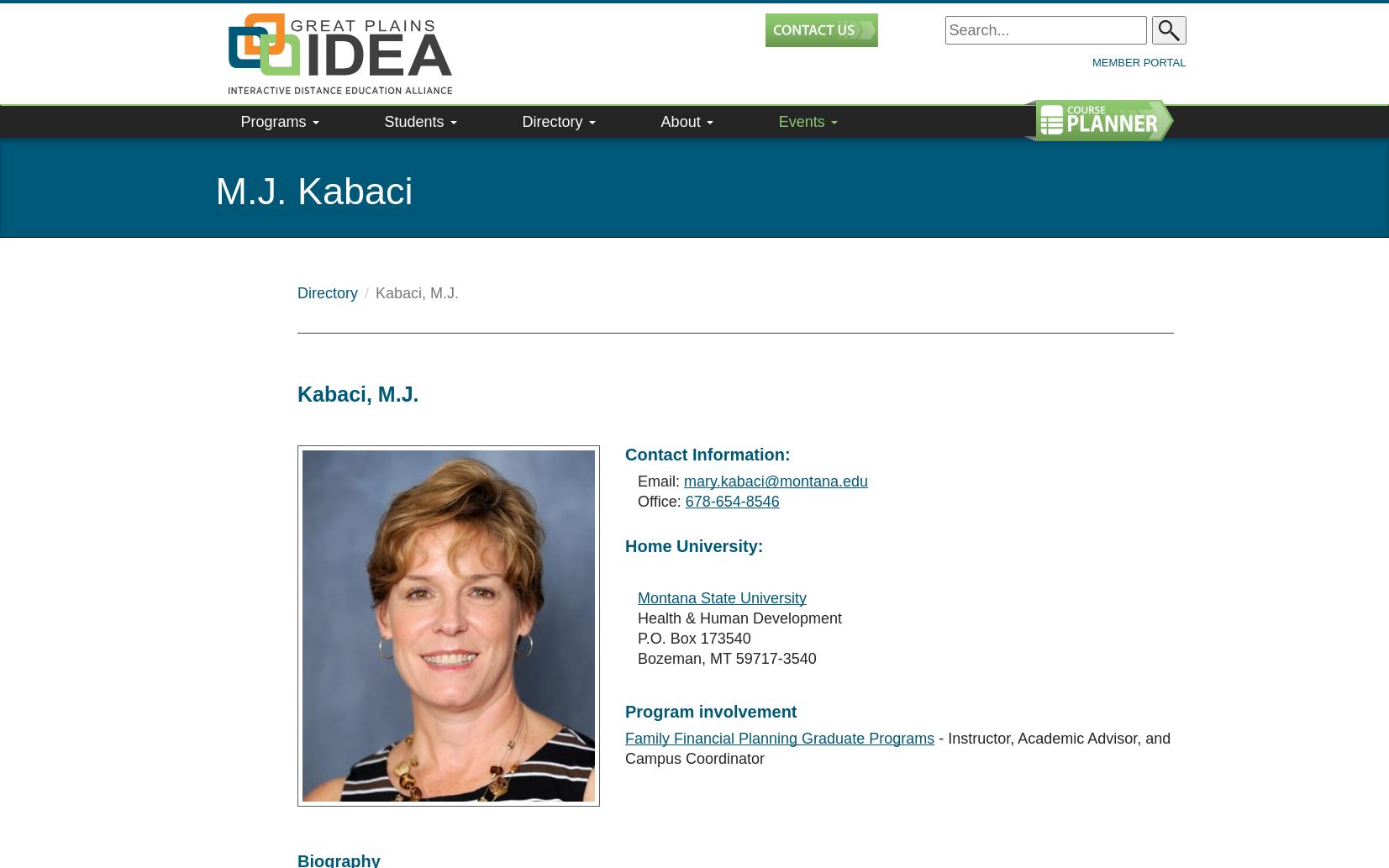  Describe the element at coordinates (660, 460) in the screenshot. I see `'Office:'` at that location.